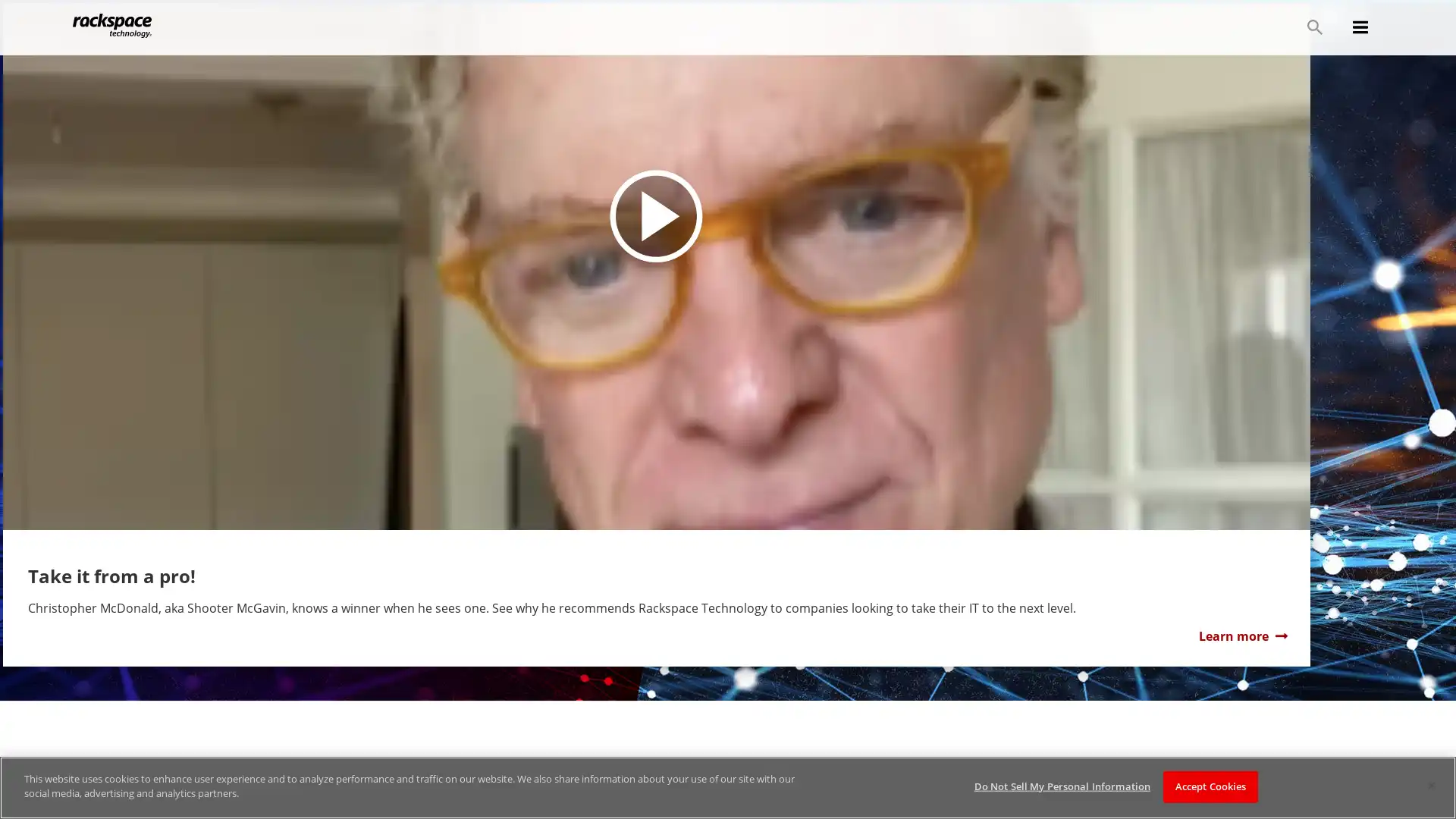 The image size is (1456, 819). Describe the element at coordinates (1061, 786) in the screenshot. I see `Do Not Sell My Personal Information` at that location.